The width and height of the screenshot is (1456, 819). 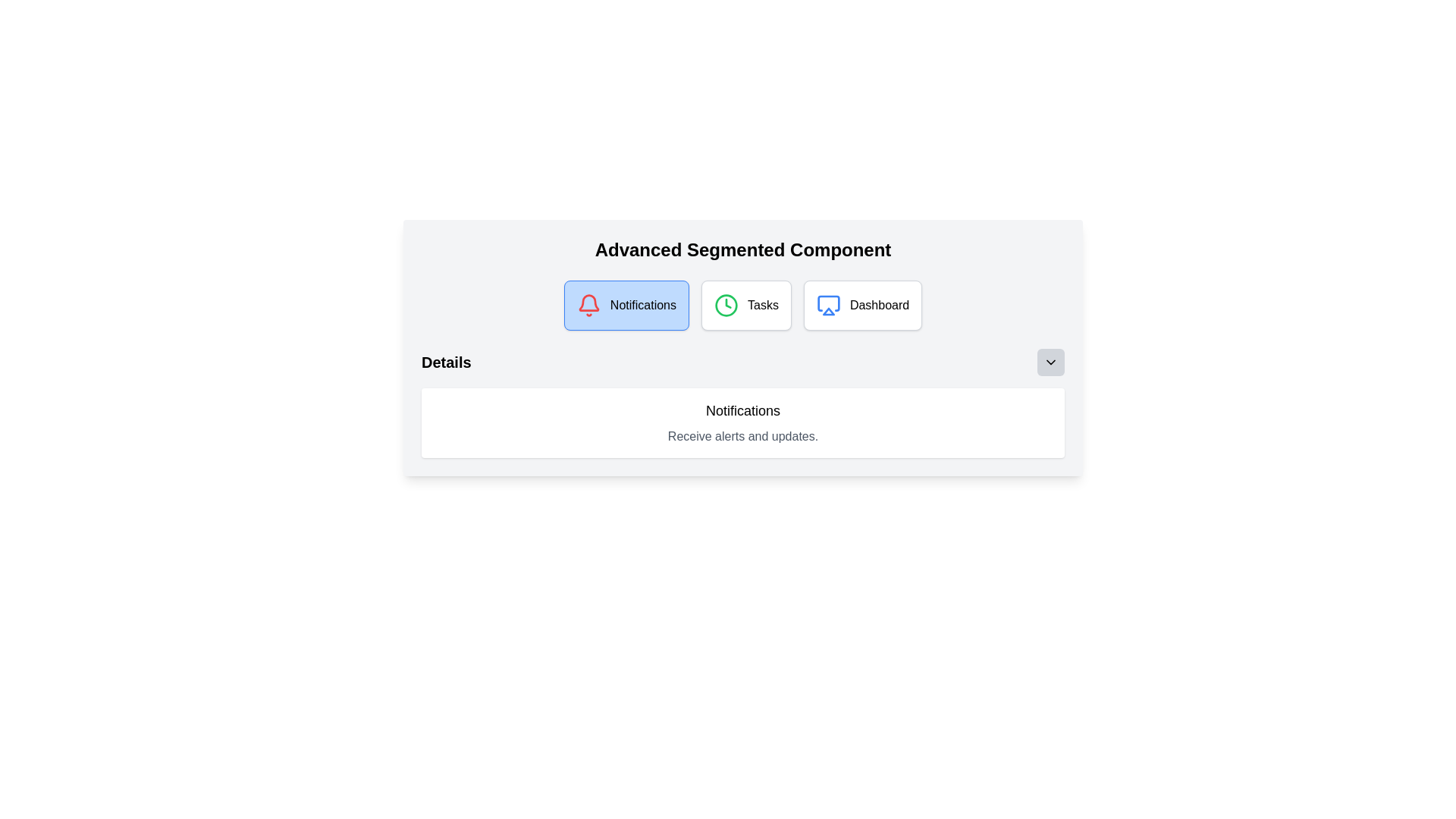 I want to click on the Dashboard button, which is the third button in a horizontal group of buttons labeled 'Notifications', 'Tasks', and 'Dashboard', so click(x=862, y=305).